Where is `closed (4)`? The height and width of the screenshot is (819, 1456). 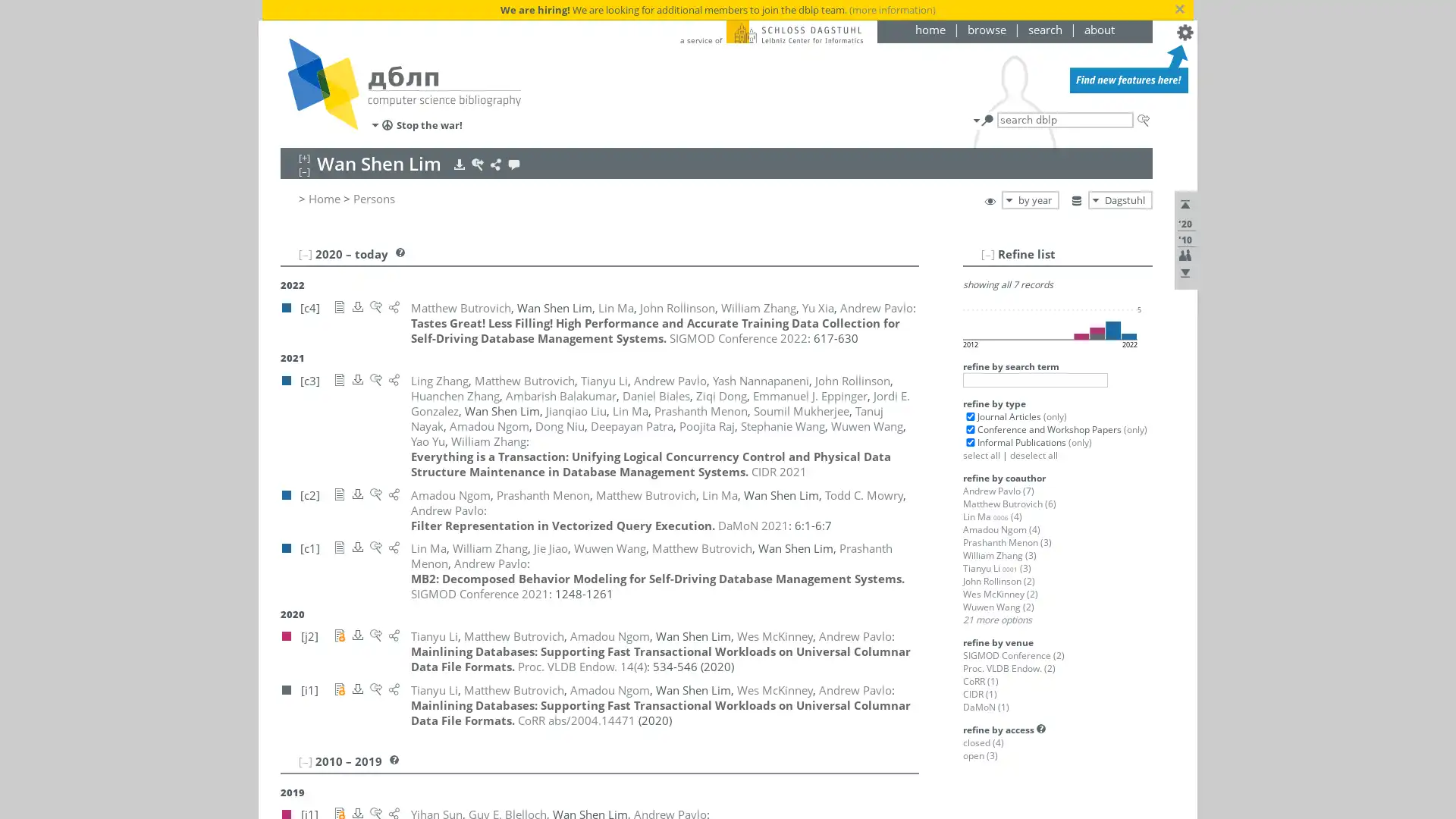 closed (4) is located at coordinates (983, 742).